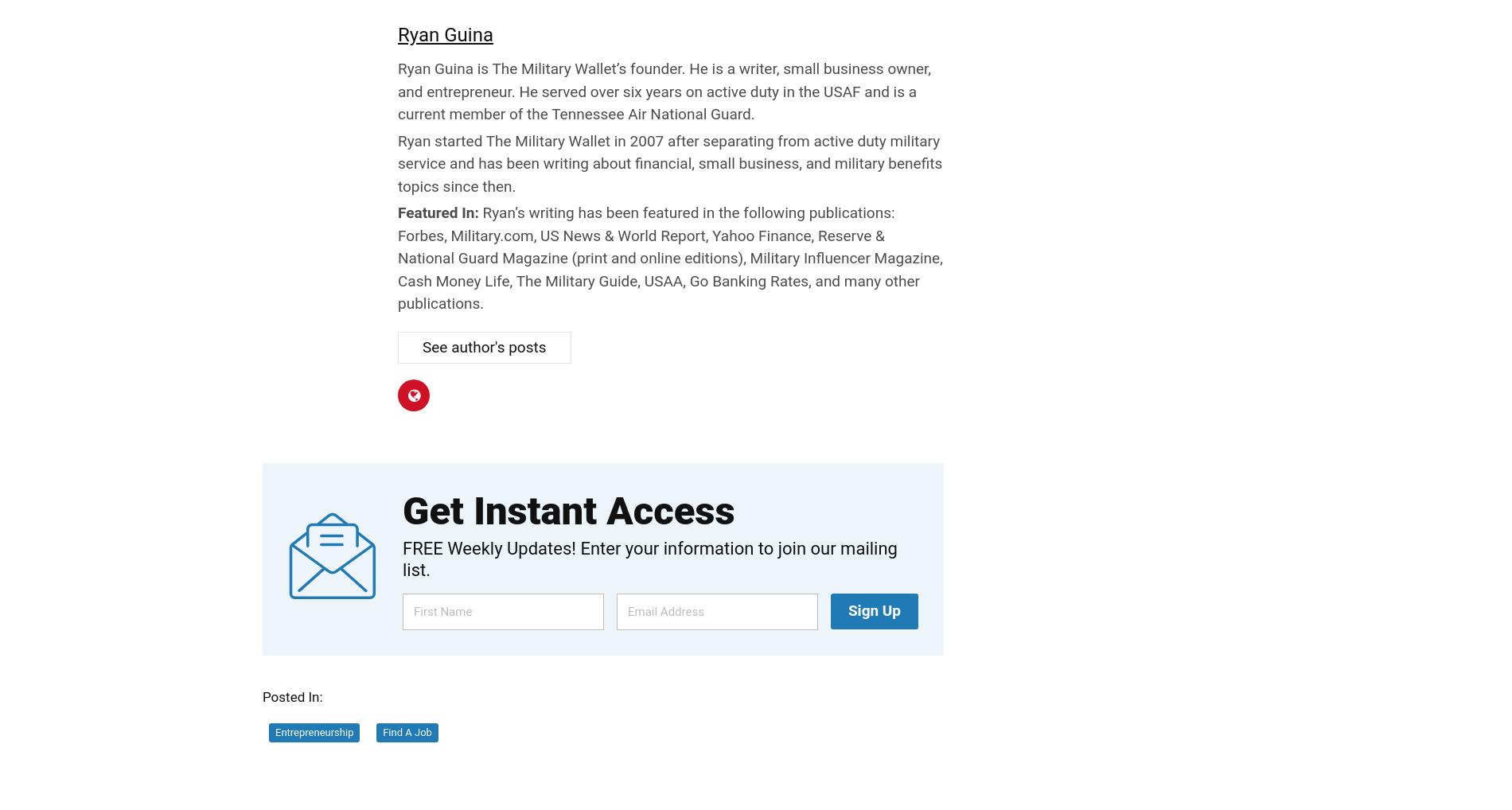 This screenshot has height=810, width=1512. What do you see at coordinates (402, 559) in the screenshot?
I see `'FREE Weekly Updates! Enter your information to join our mailing list.'` at bounding box center [402, 559].